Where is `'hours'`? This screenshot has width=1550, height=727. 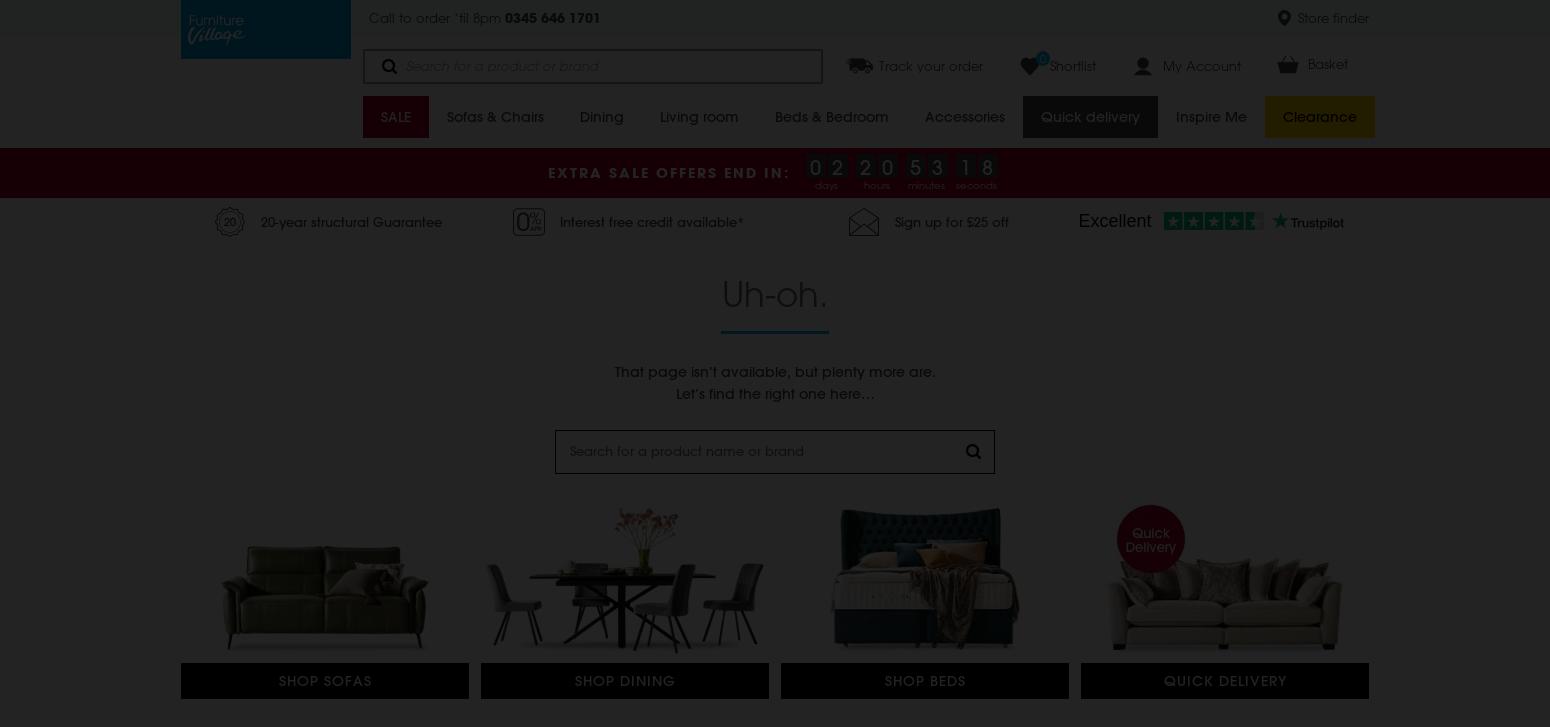
'hours' is located at coordinates (876, 185).